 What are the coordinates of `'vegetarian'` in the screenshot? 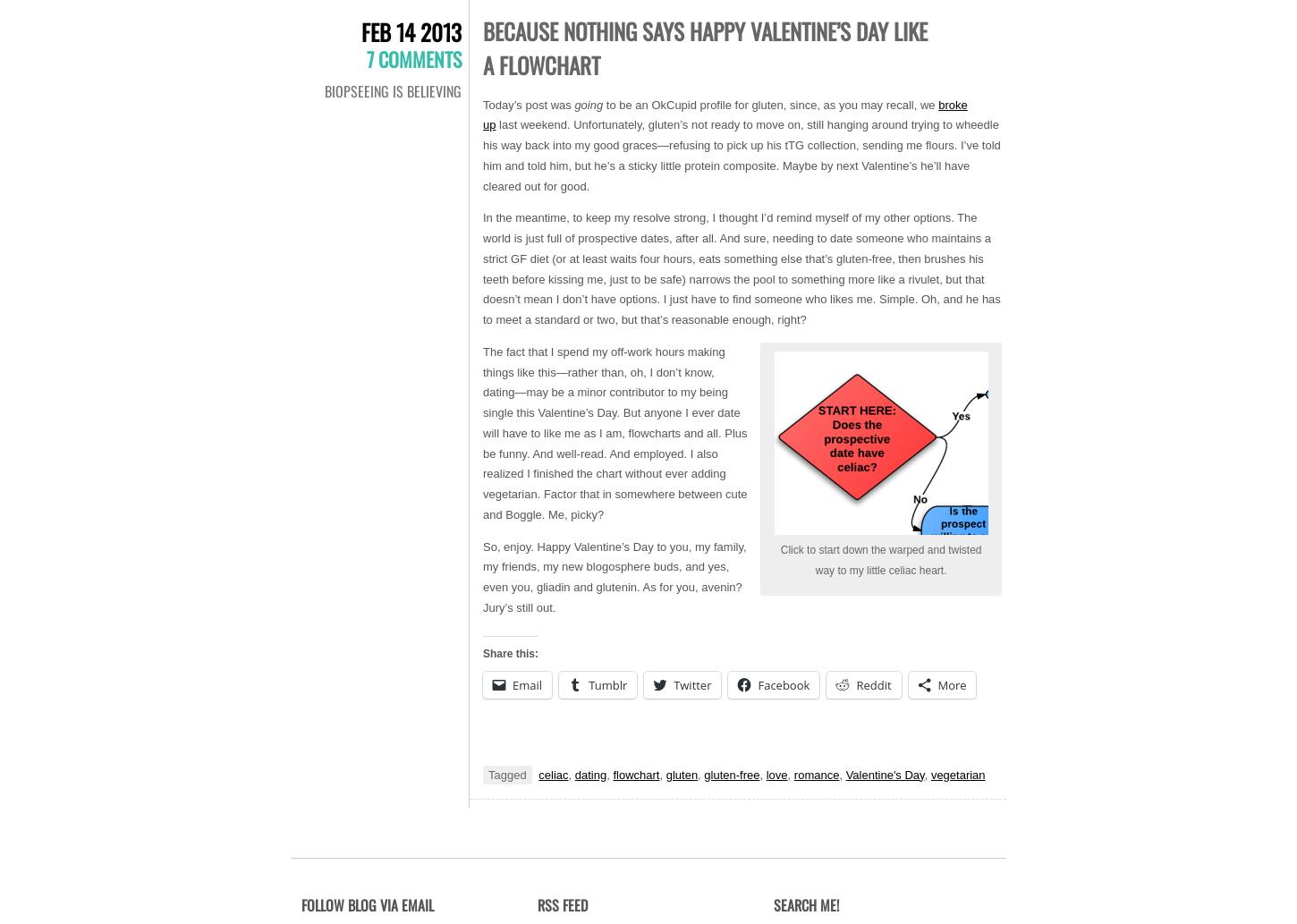 It's located at (957, 773).